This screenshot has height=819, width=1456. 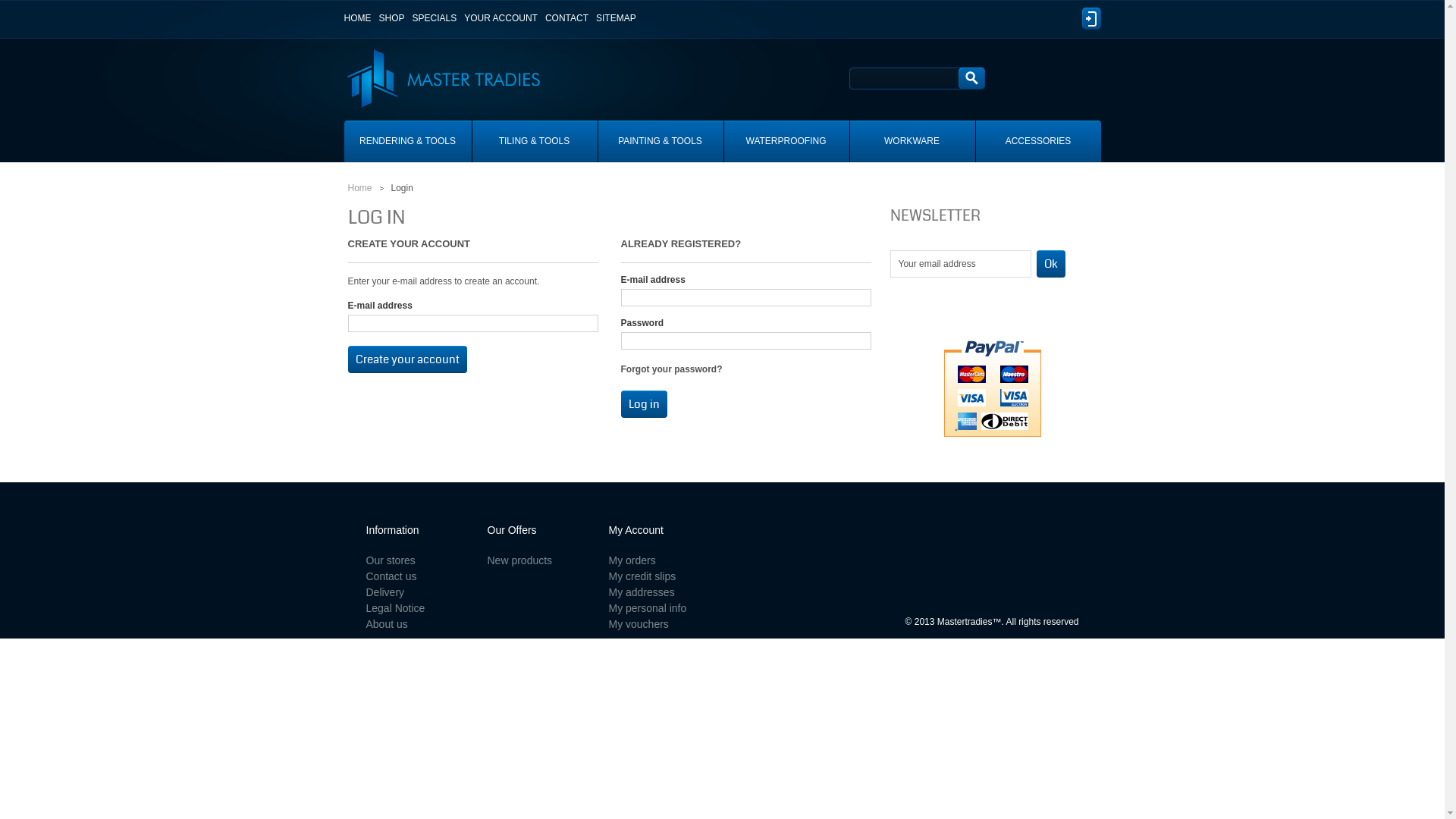 I want to click on 'WATERPROOFING', so click(x=786, y=141).